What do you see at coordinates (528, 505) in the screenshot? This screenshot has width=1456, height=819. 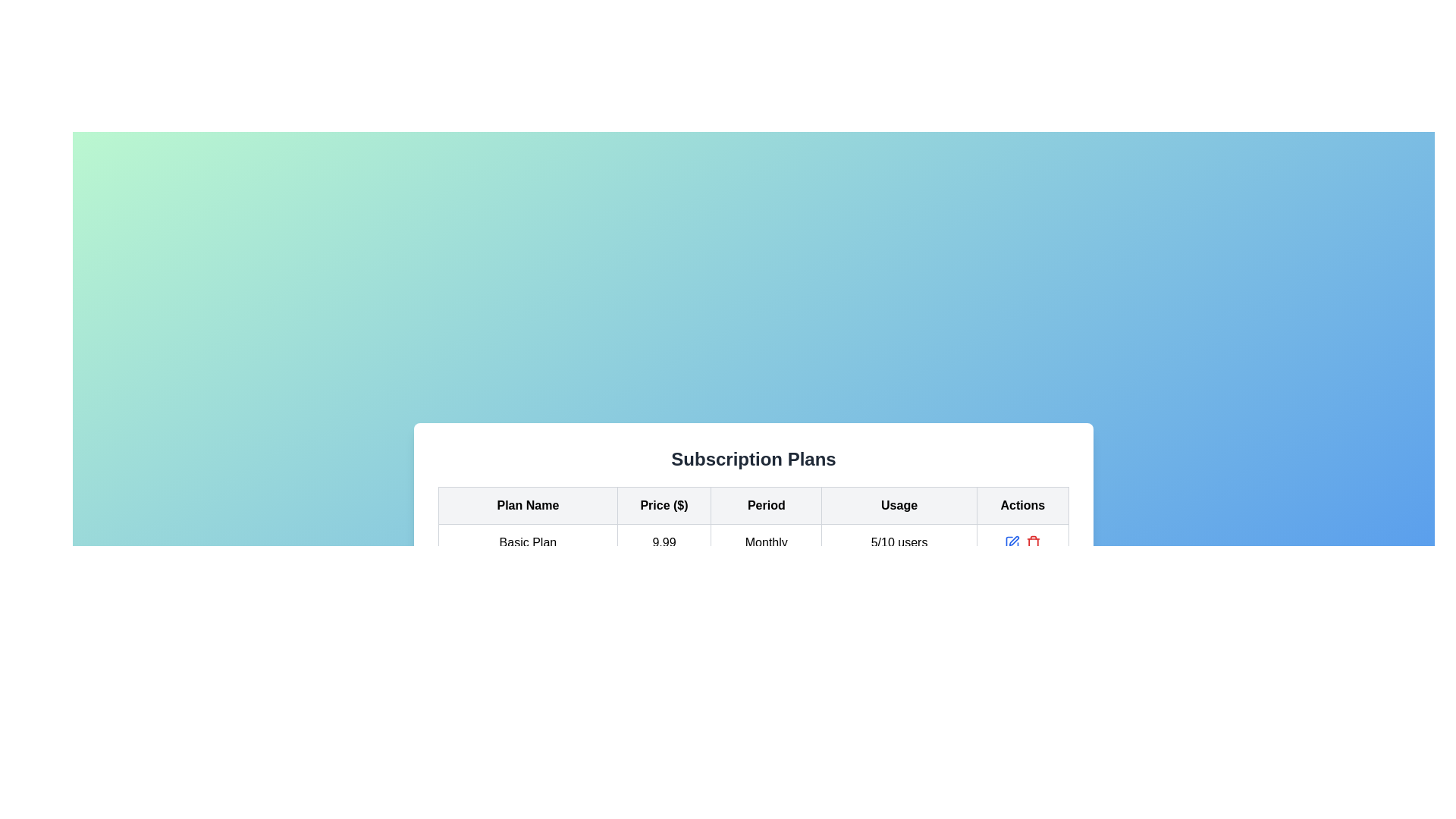 I see `the 'Plan Name' text element located in the first column header of the table, which is displayed in bold black font` at bounding box center [528, 505].